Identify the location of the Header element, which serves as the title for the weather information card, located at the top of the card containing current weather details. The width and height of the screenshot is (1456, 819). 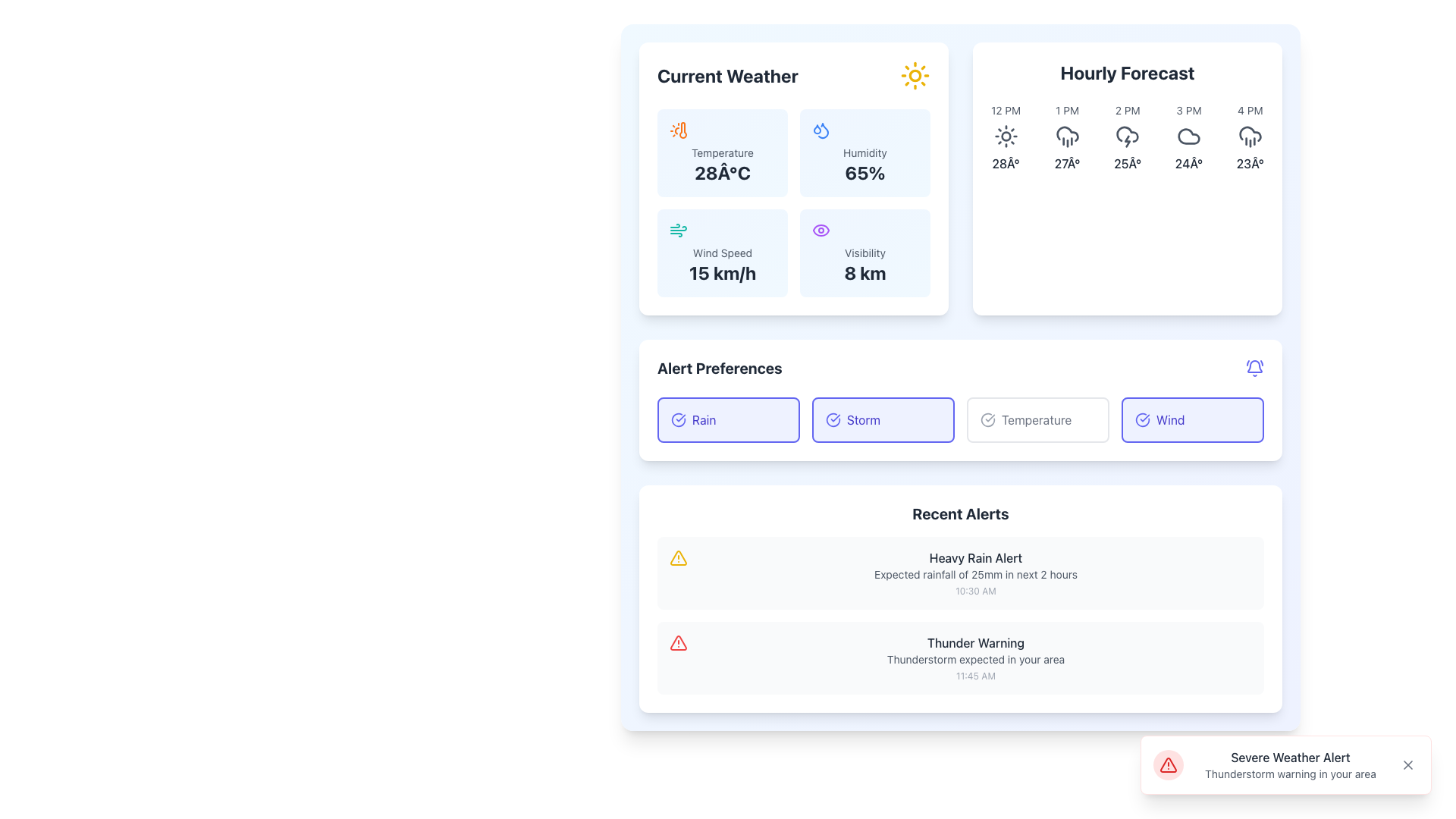
(792, 76).